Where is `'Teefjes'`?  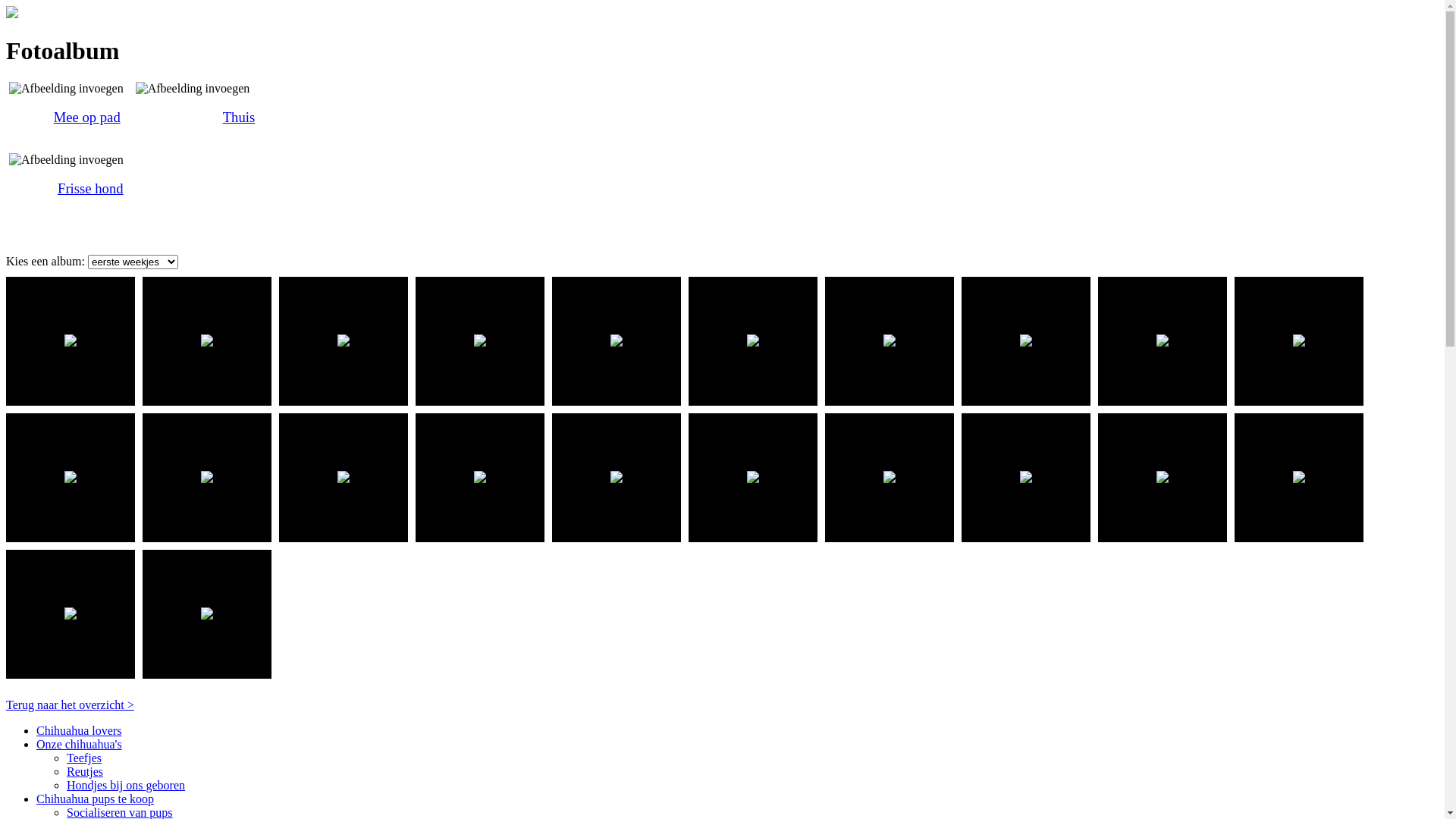
'Teefjes' is located at coordinates (65, 758).